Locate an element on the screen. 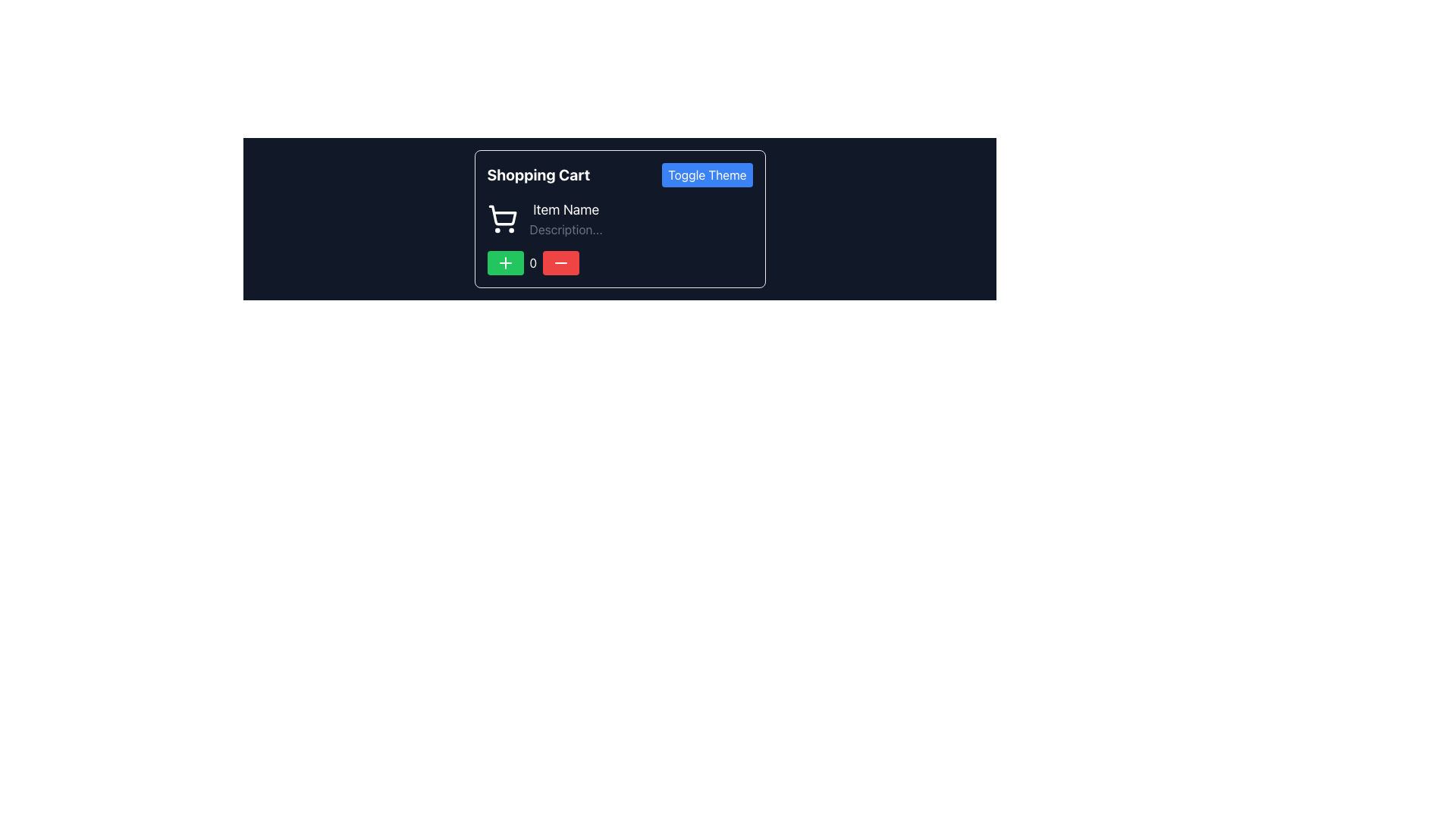  the square green button with a white plus symbol is located at coordinates (505, 262).